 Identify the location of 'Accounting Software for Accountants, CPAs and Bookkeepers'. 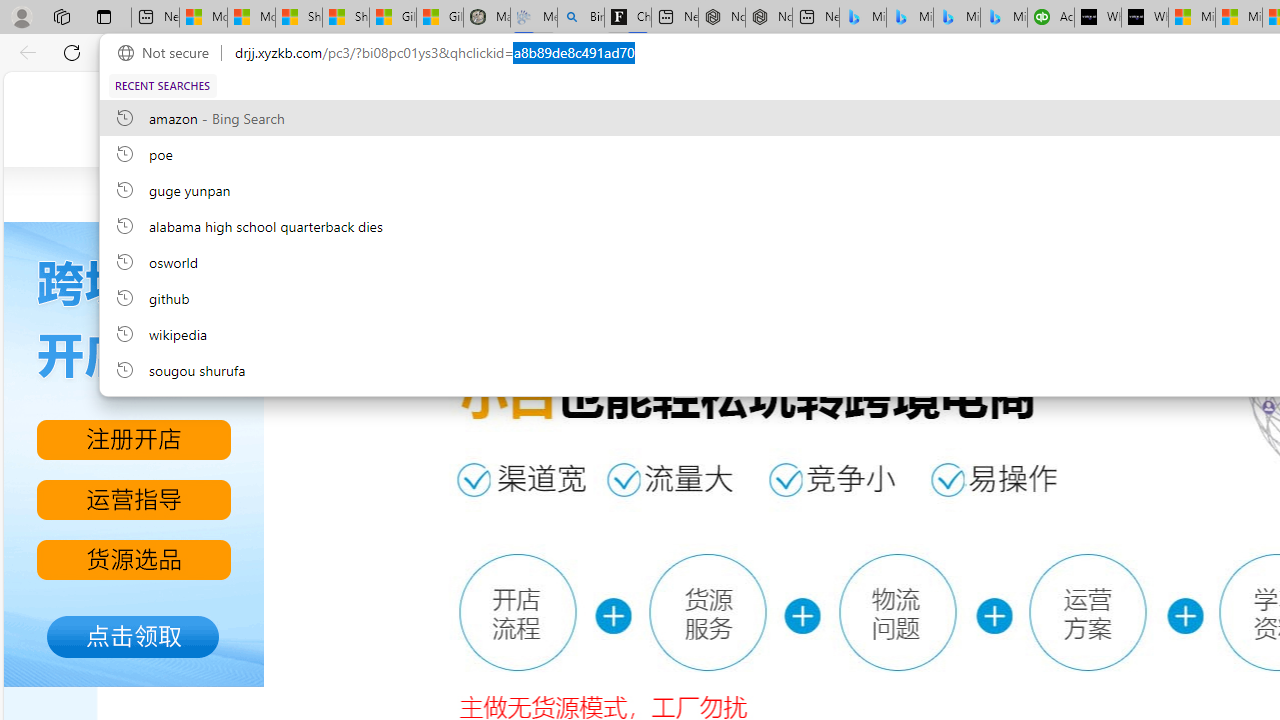
(1049, 17).